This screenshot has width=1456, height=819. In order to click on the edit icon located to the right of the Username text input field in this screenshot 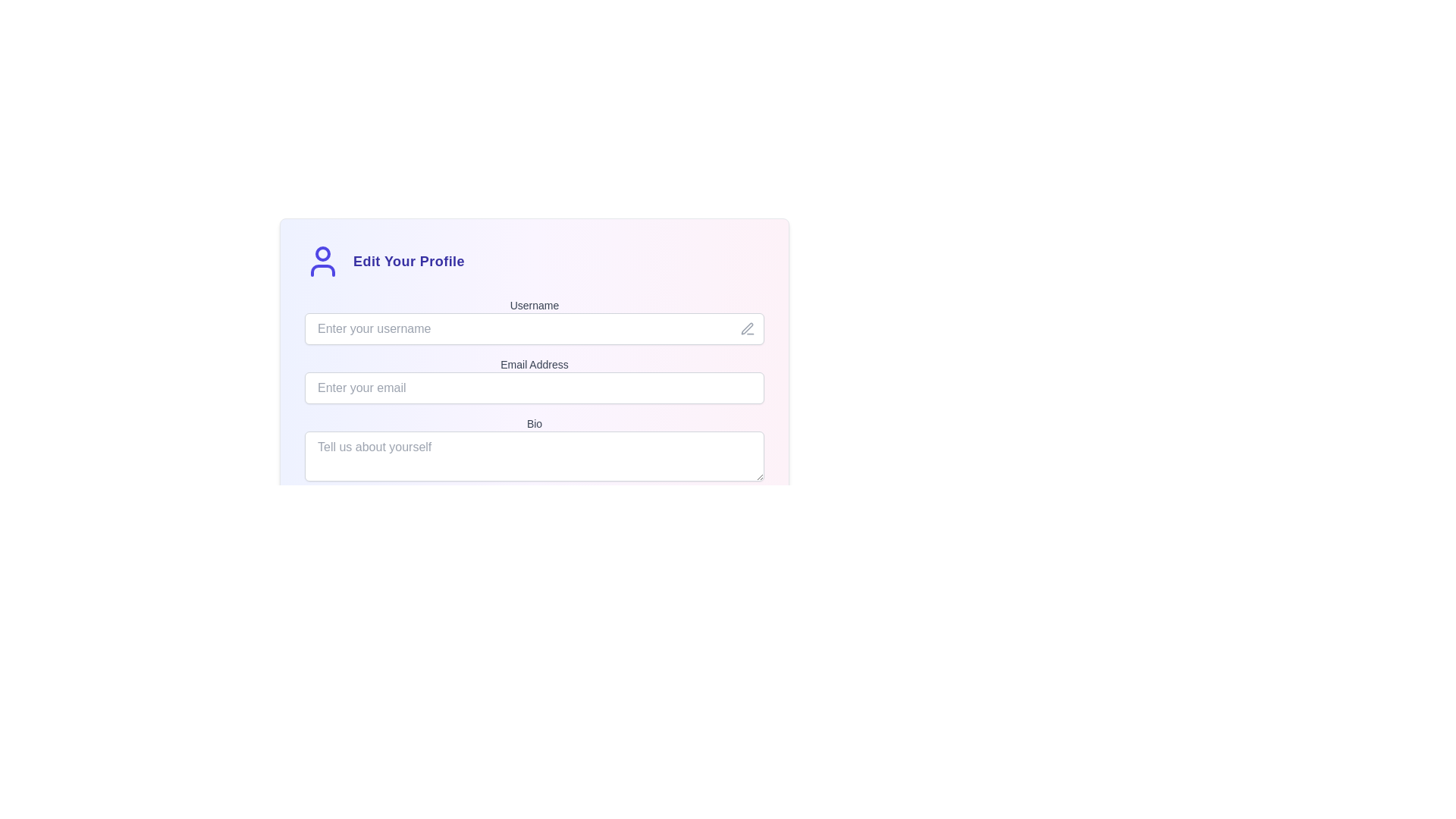, I will do `click(747, 328)`.